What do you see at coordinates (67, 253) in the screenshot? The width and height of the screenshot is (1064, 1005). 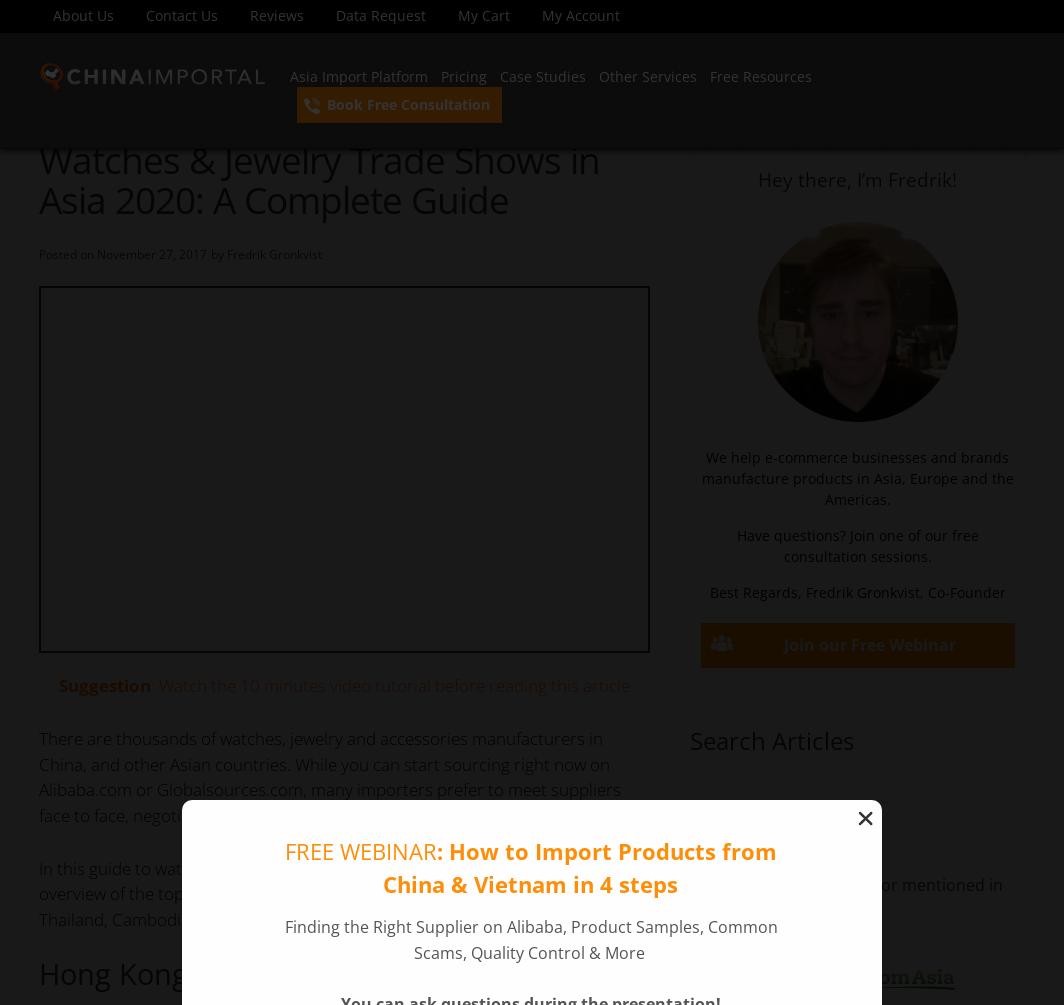 I see `'Posted on'` at bounding box center [67, 253].